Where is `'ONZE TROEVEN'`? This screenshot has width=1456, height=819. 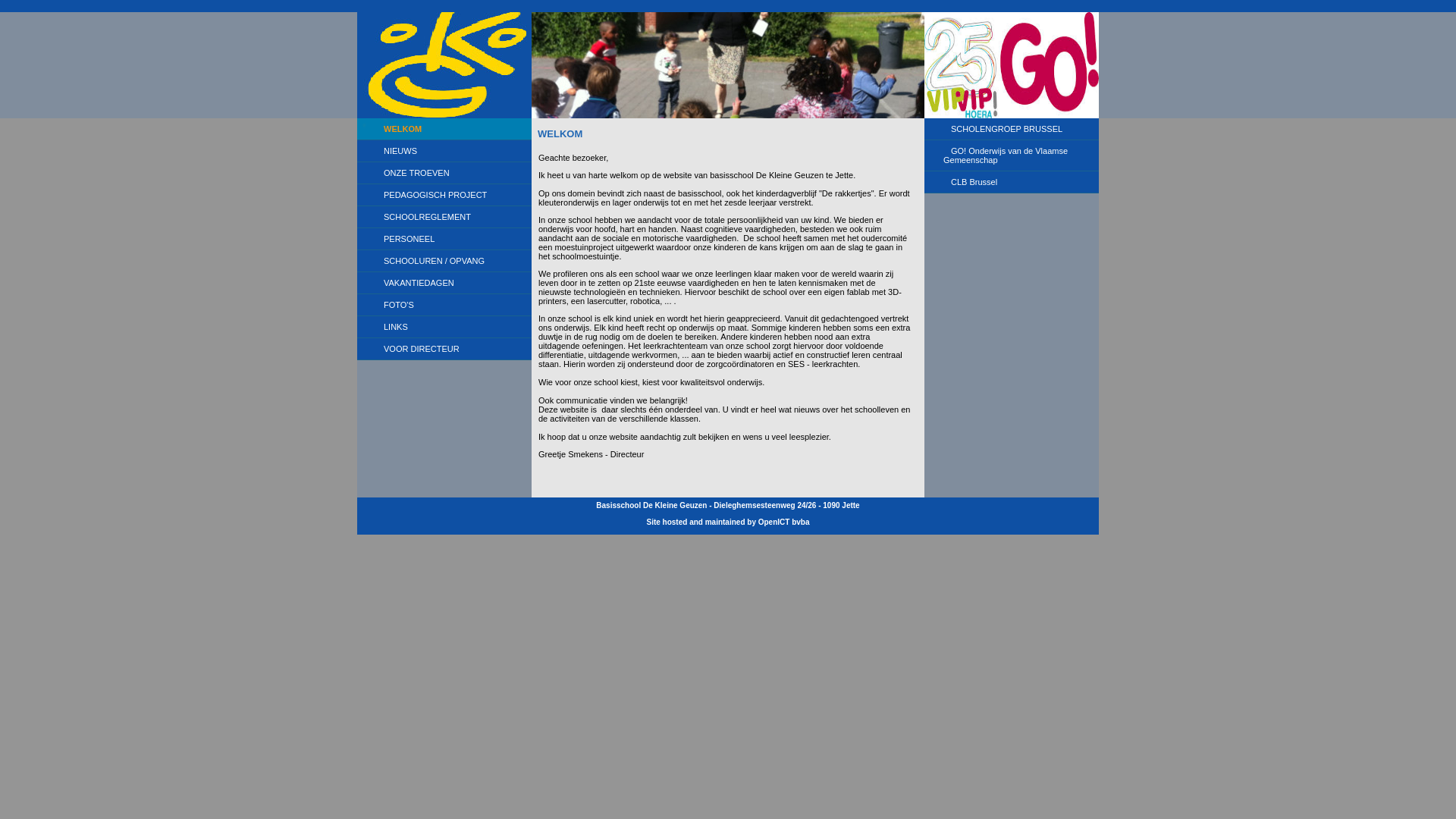 'ONZE TROEVEN' is located at coordinates (356, 172).